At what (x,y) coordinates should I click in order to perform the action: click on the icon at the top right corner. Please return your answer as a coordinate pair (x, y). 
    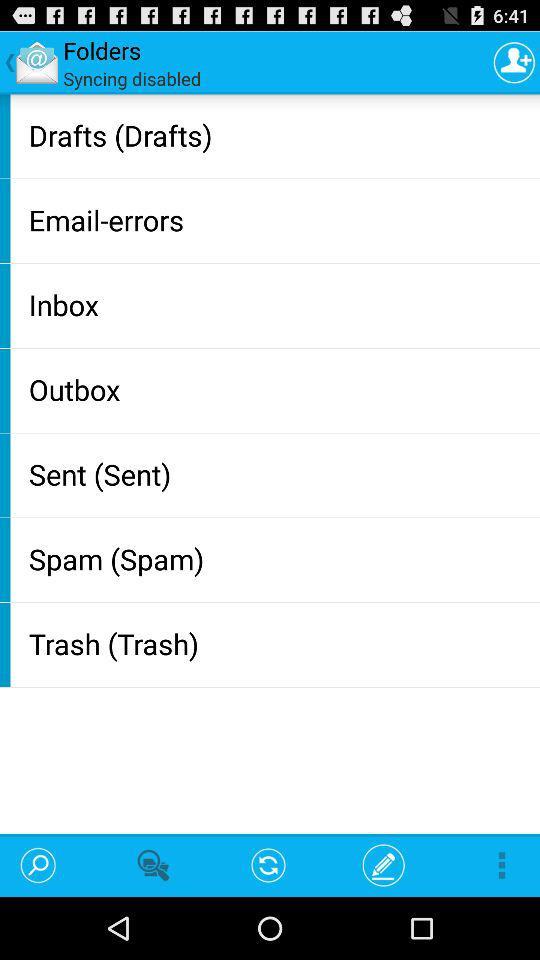
    Looking at the image, I should click on (514, 62).